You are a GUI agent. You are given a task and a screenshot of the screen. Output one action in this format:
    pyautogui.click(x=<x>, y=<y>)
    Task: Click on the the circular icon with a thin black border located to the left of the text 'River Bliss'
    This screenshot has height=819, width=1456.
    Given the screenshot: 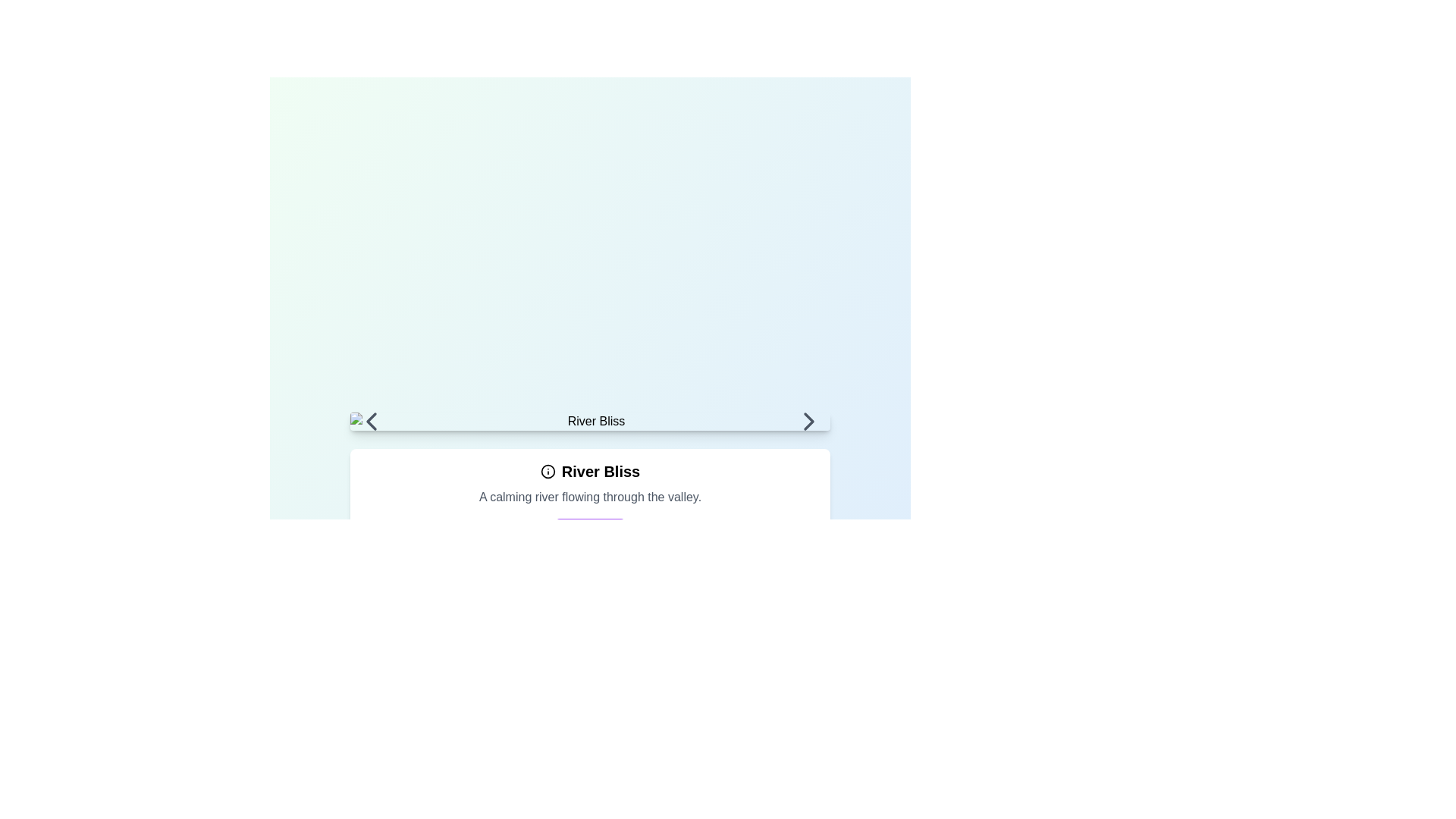 What is the action you would take?
    pyautogui.click(x=547, y=470)
    